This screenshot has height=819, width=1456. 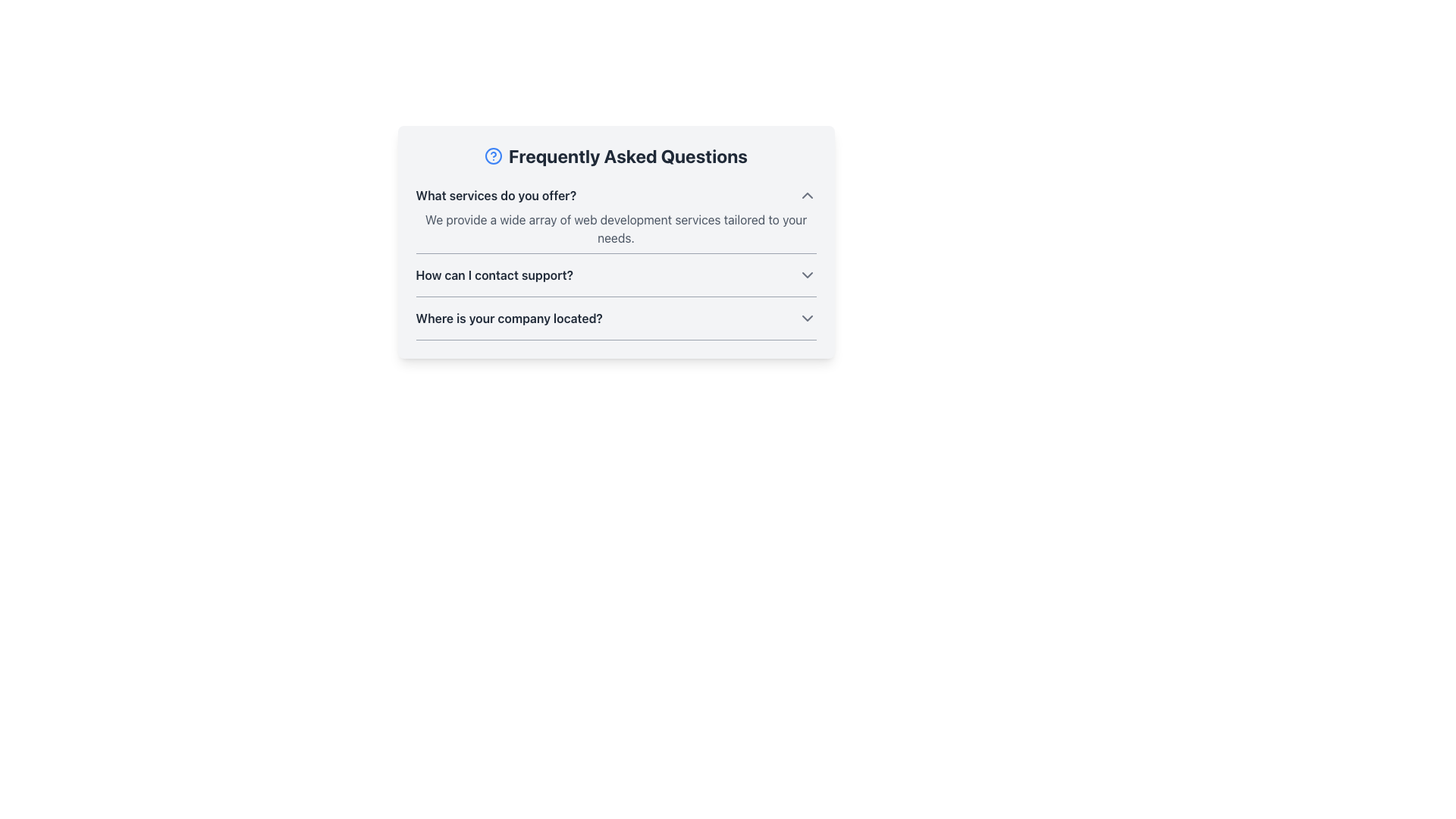 What do you see at coordinates (616, 281) in the screenshot?
I see `the second Collapsible FAQ Item related to 'How can I contact support?'` at bounding box center [616, 281].